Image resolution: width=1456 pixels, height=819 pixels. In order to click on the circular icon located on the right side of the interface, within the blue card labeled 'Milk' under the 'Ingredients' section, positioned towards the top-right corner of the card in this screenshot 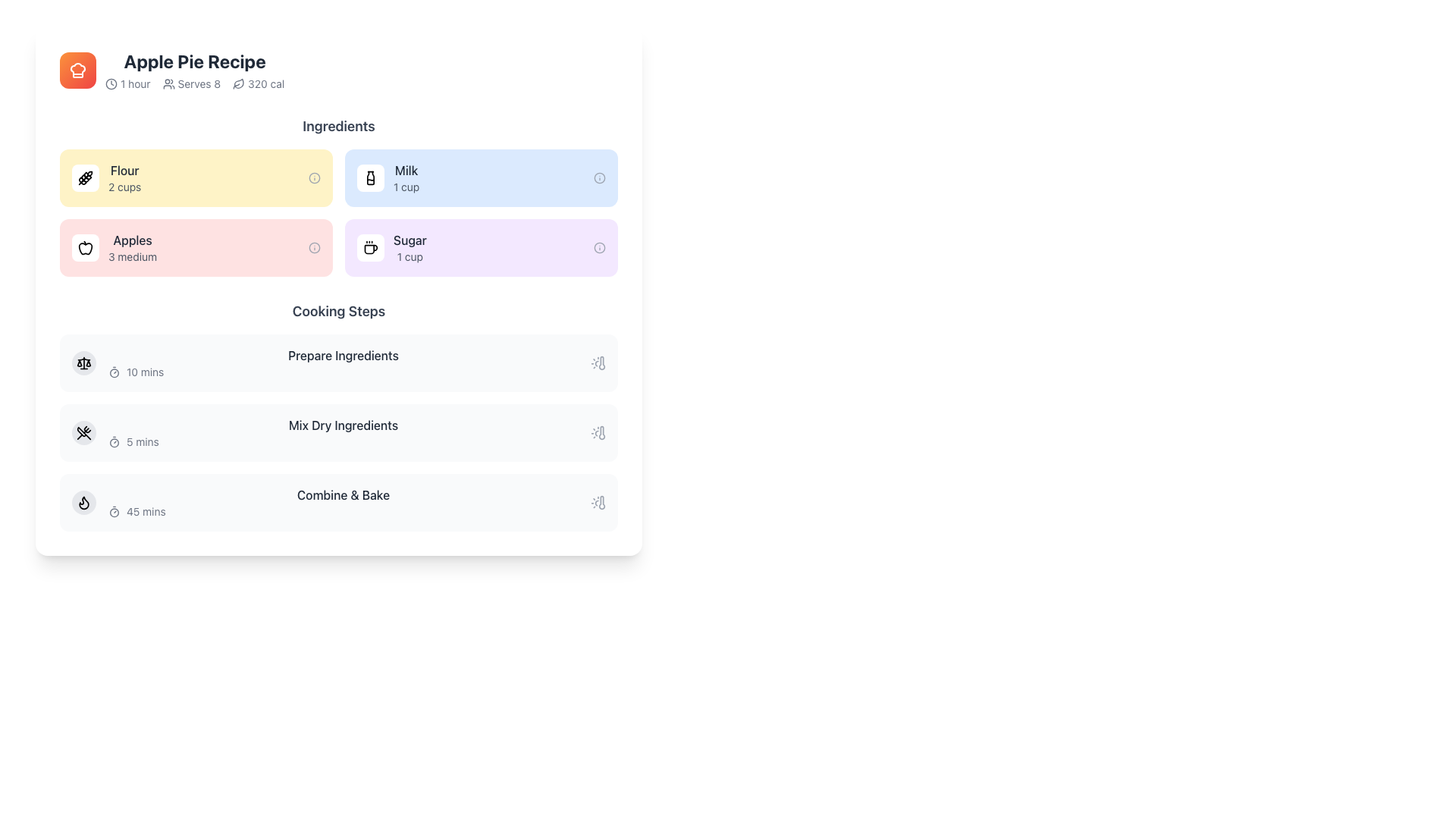, I will do `click(599, 177)`.